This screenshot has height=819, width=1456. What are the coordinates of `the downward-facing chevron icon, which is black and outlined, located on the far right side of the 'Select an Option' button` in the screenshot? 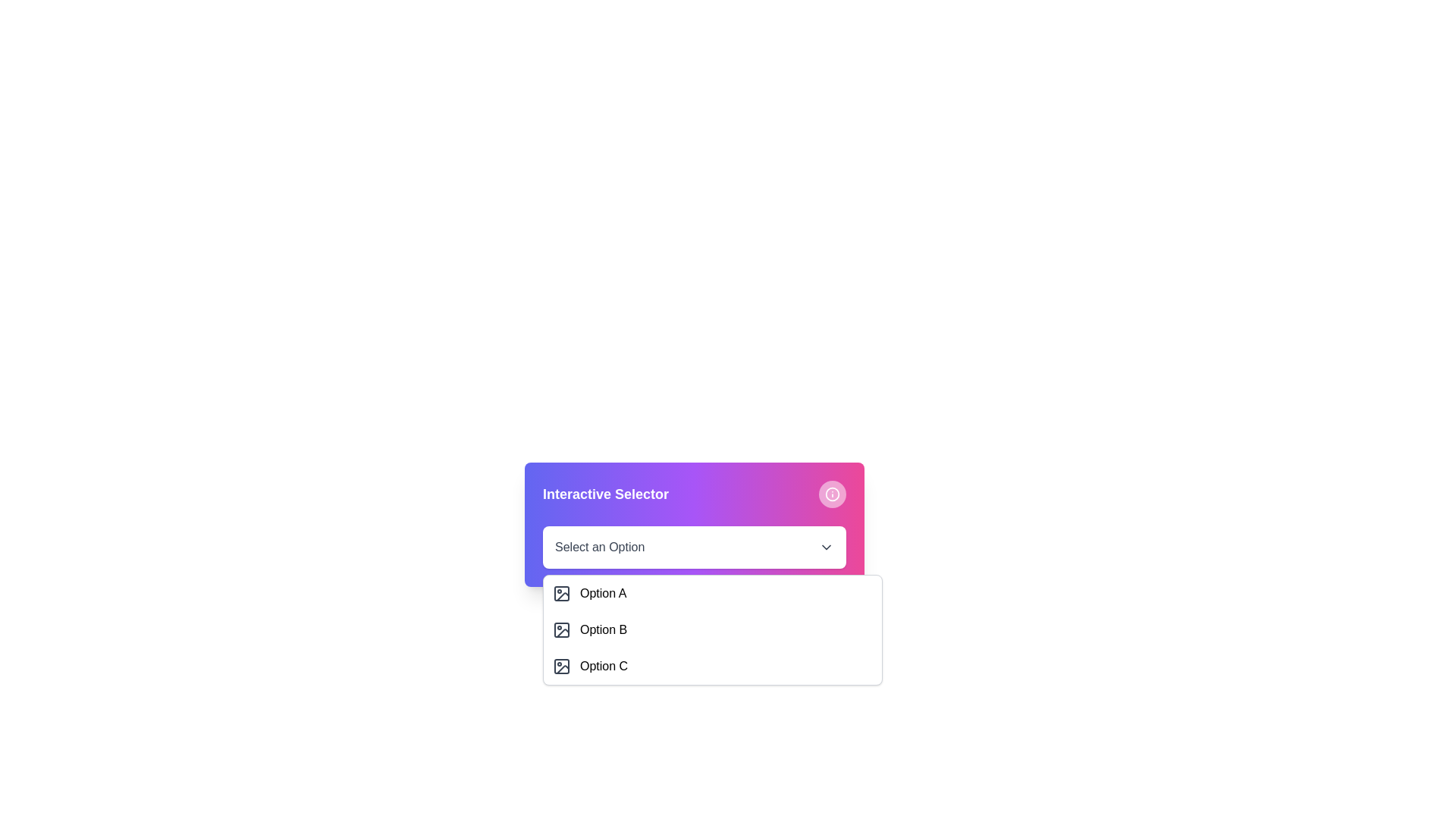 It's located at (825, 547).